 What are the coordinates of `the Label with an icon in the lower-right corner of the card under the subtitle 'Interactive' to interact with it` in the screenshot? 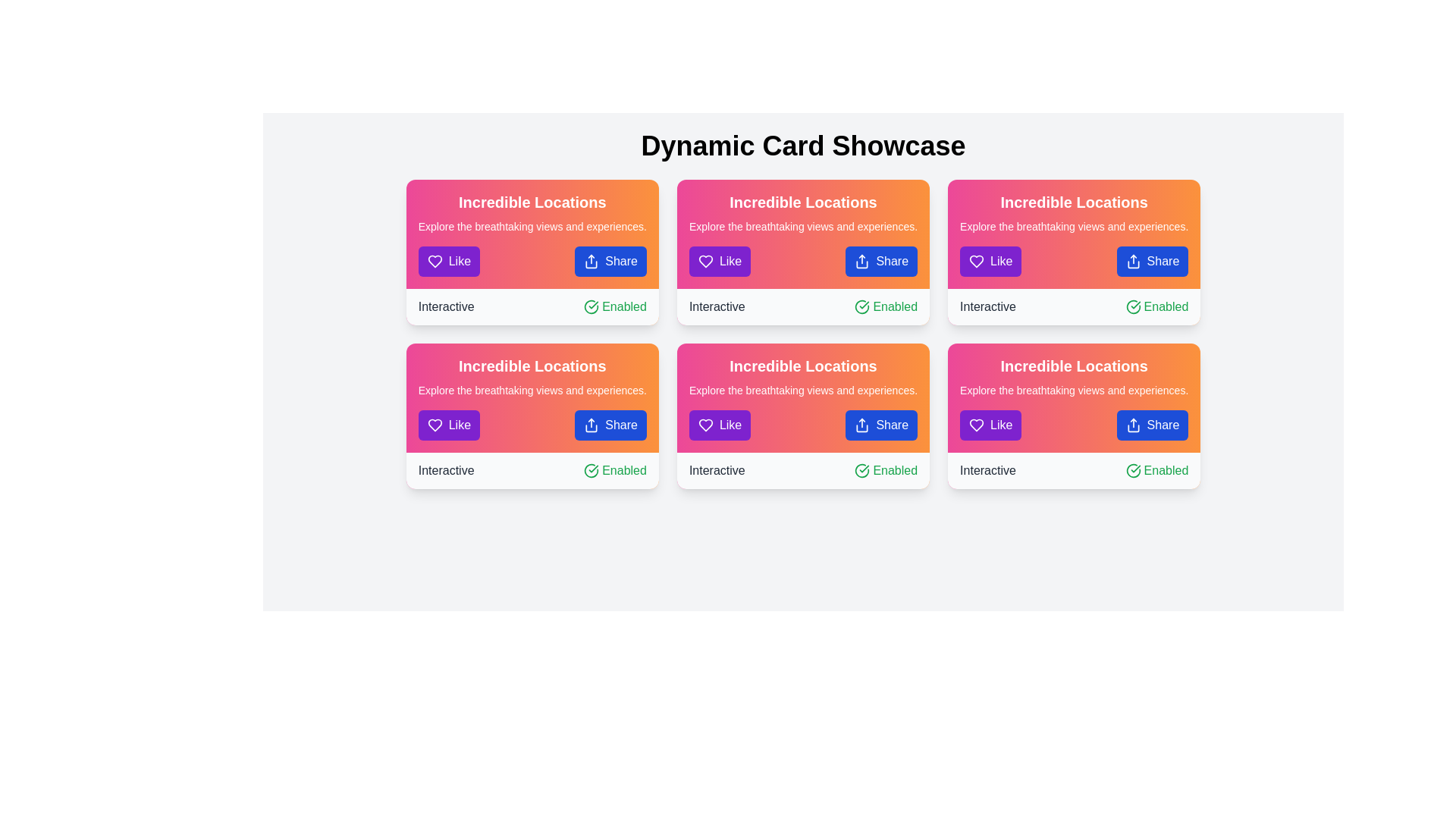 It's located at (615, 470).